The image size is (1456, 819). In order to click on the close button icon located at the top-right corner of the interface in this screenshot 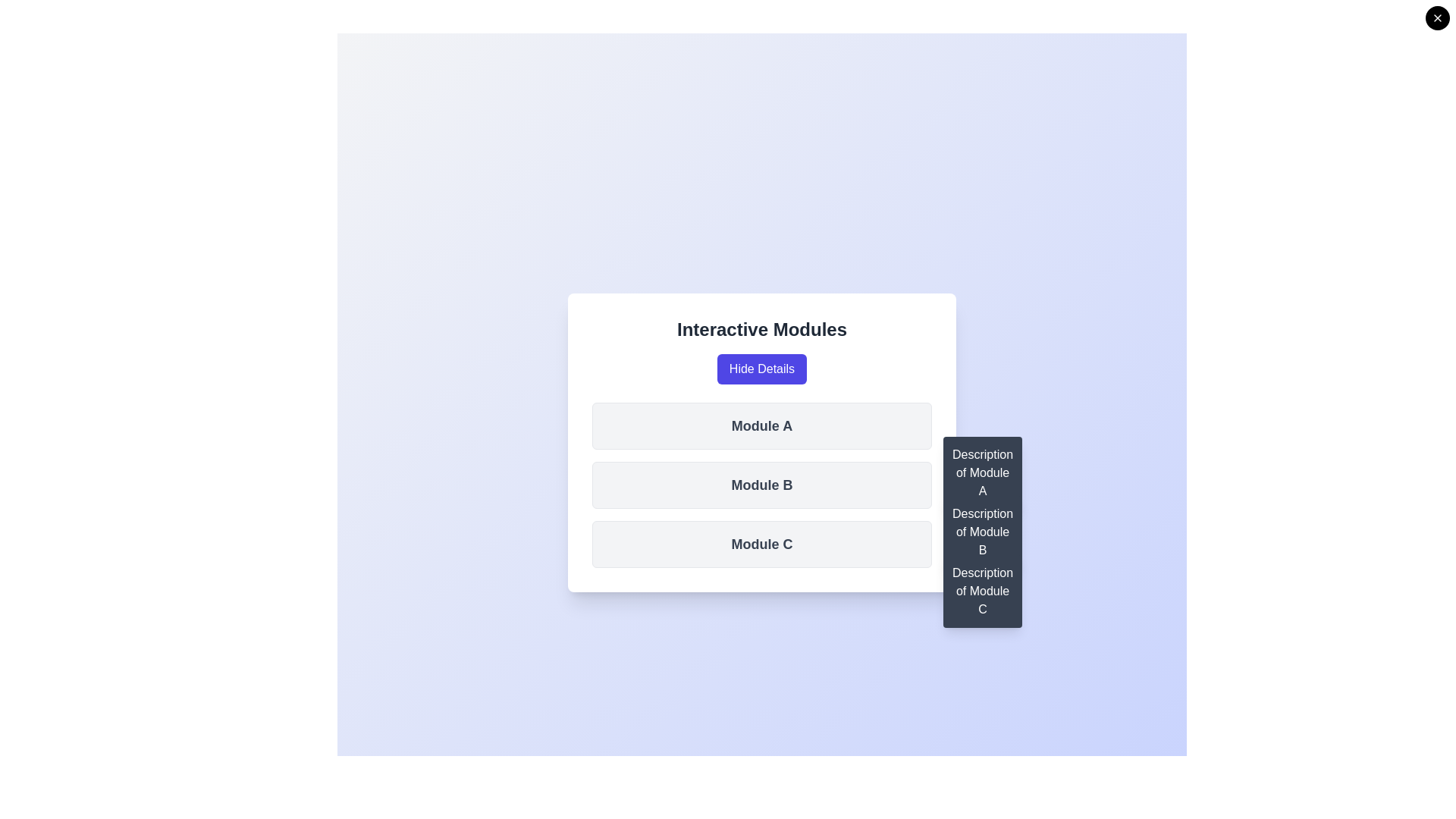, I will do `click(1437, 17)`.